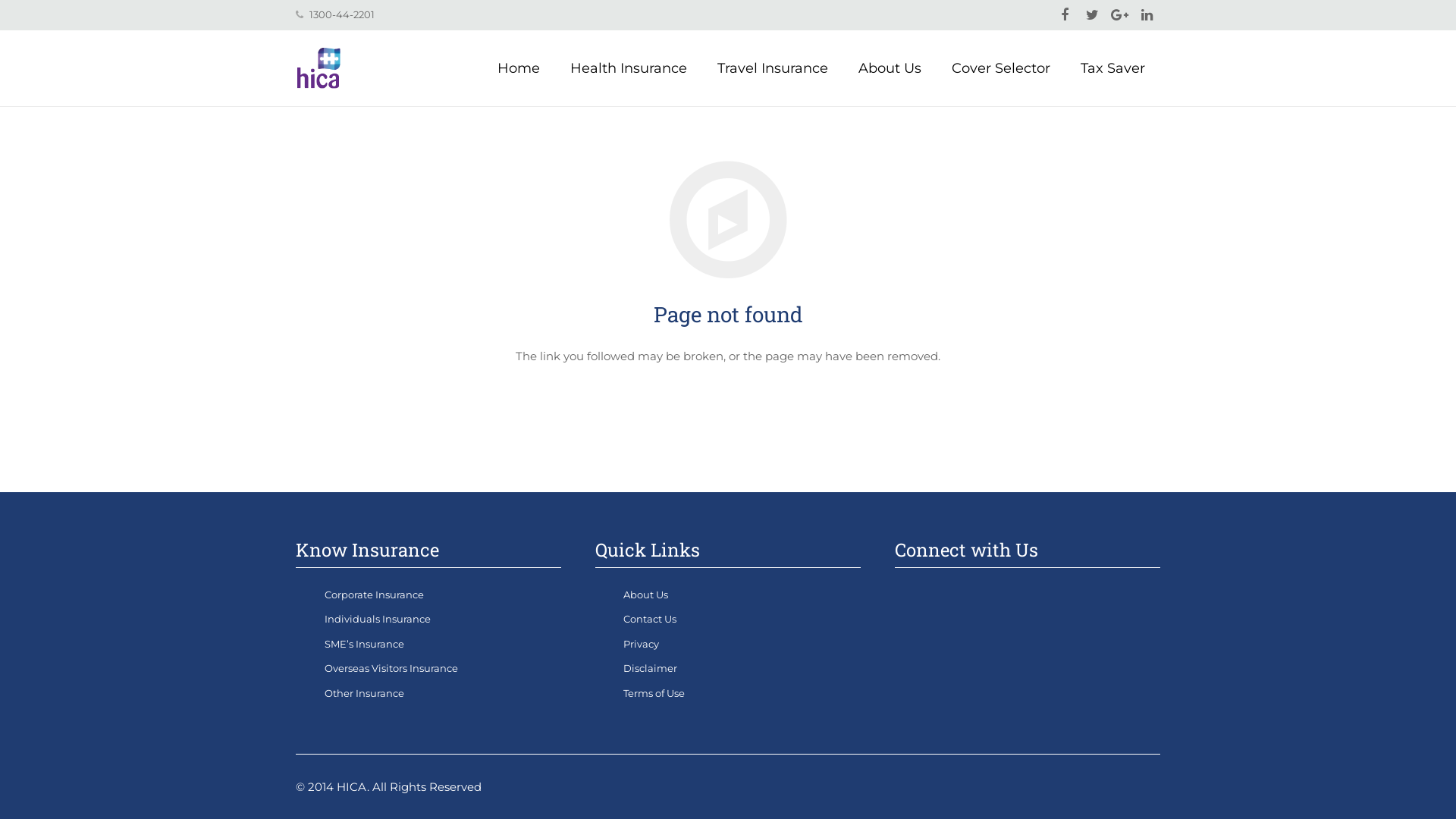 Image resolution: width=1456 pixels, height=819 pixels. What do you see at coordinates (654, 693) in the screenshot?
I see `'Terms of Use'` at bounding box center [654, 693].